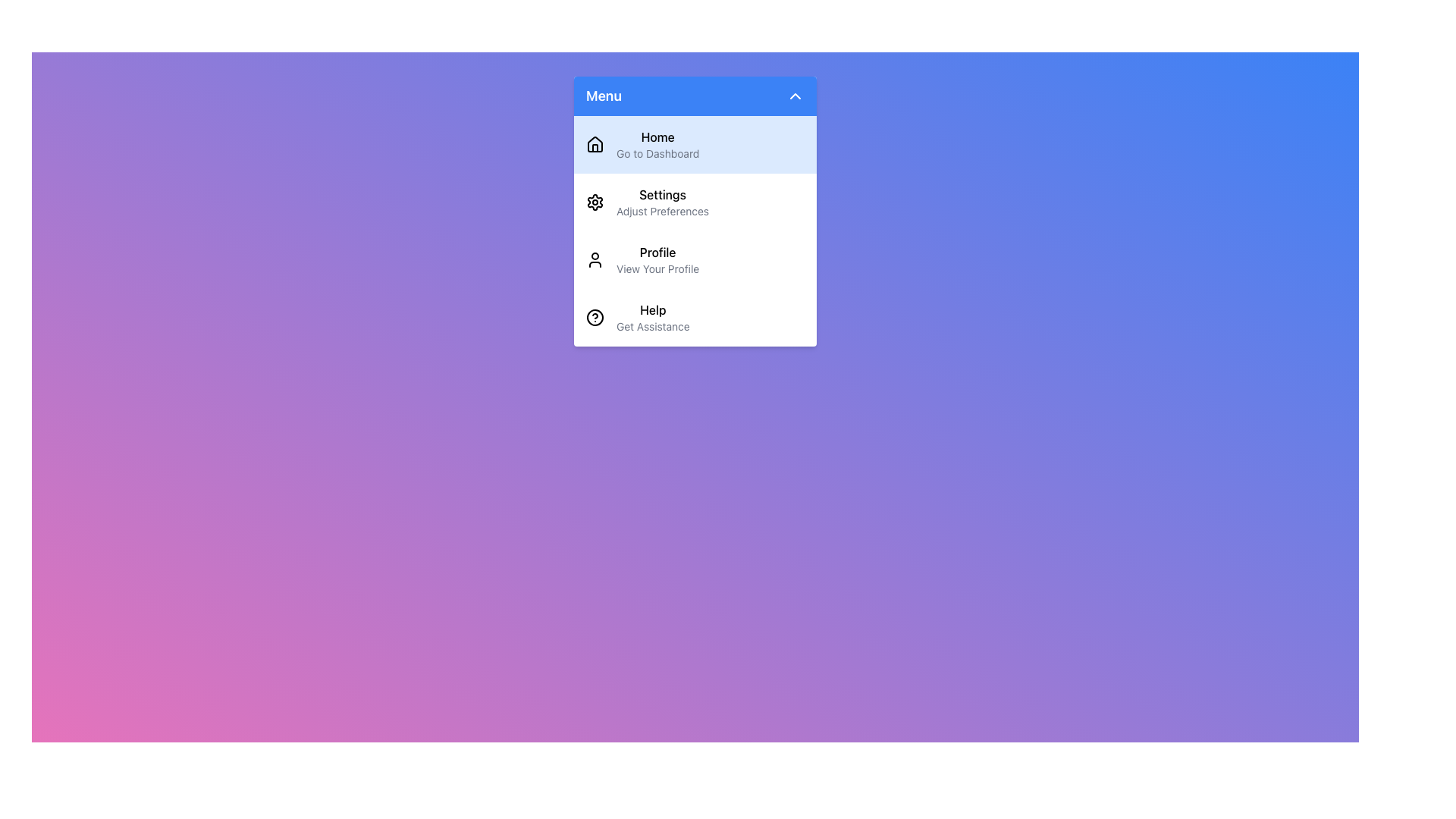 This screenshot has width=1456, height=819. I want to click on the 'Help' label in the dropdown menu, so click(653, 309).